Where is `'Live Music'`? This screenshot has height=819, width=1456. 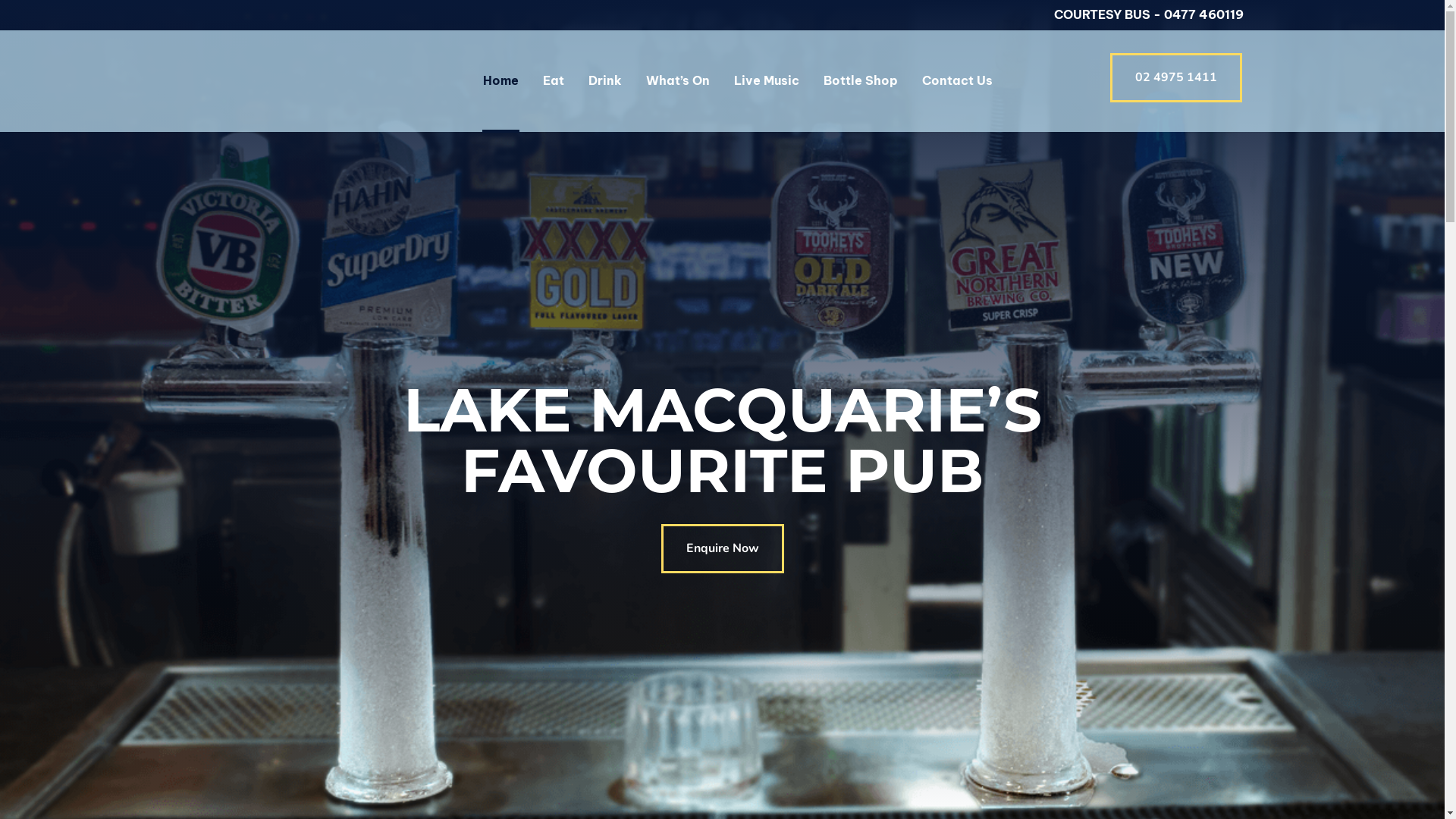
'Live Music' is located at coordinates (767, 80).